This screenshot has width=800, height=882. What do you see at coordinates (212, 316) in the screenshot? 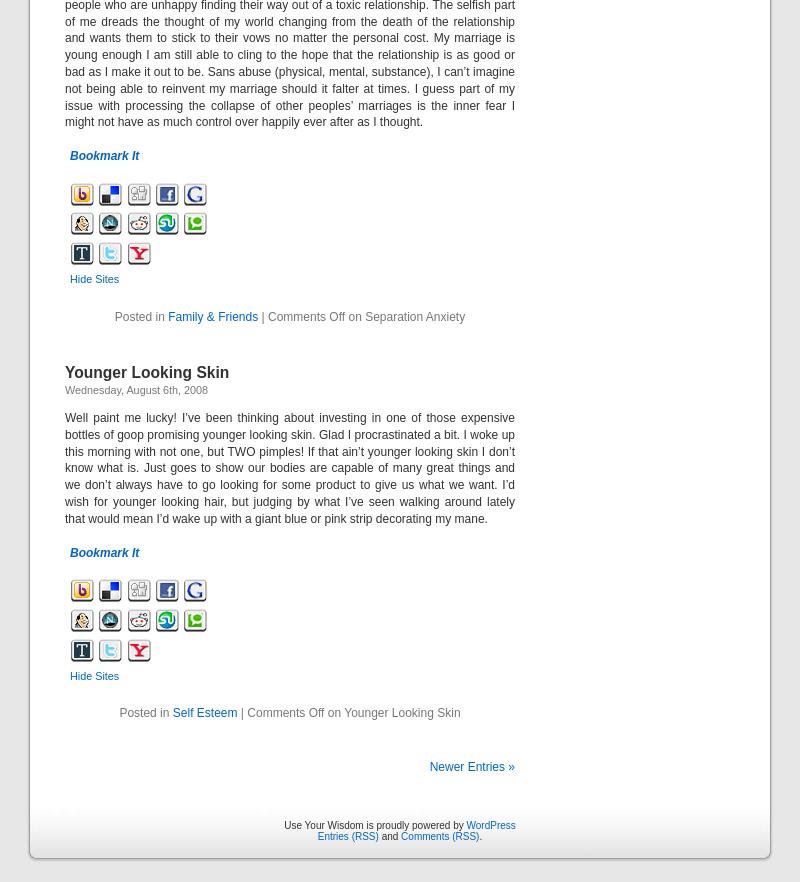
I see `'Family & Friends'` at bounding box center [212, 316].